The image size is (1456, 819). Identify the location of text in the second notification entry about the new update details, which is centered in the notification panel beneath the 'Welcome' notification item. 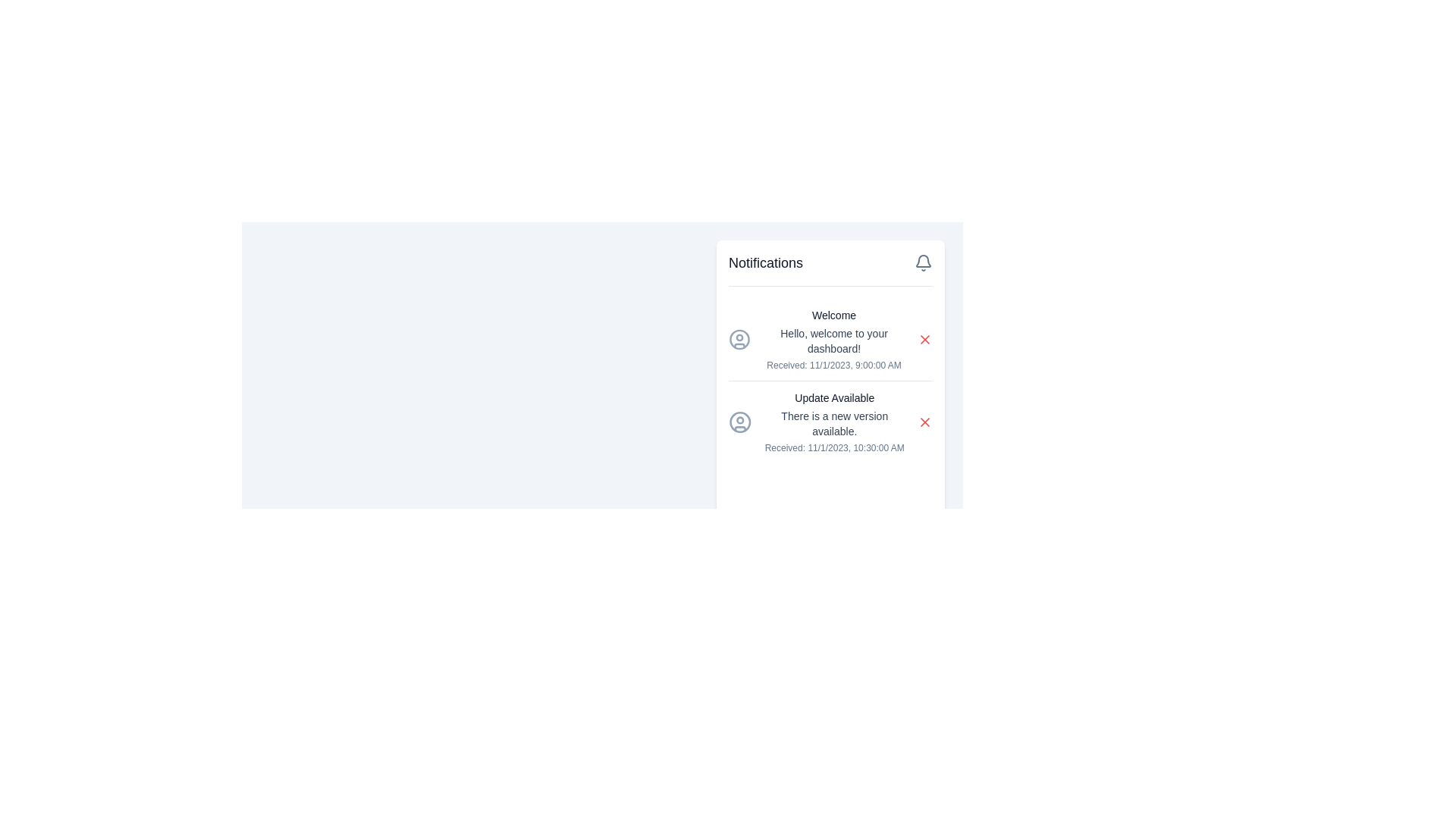
(833, 422).